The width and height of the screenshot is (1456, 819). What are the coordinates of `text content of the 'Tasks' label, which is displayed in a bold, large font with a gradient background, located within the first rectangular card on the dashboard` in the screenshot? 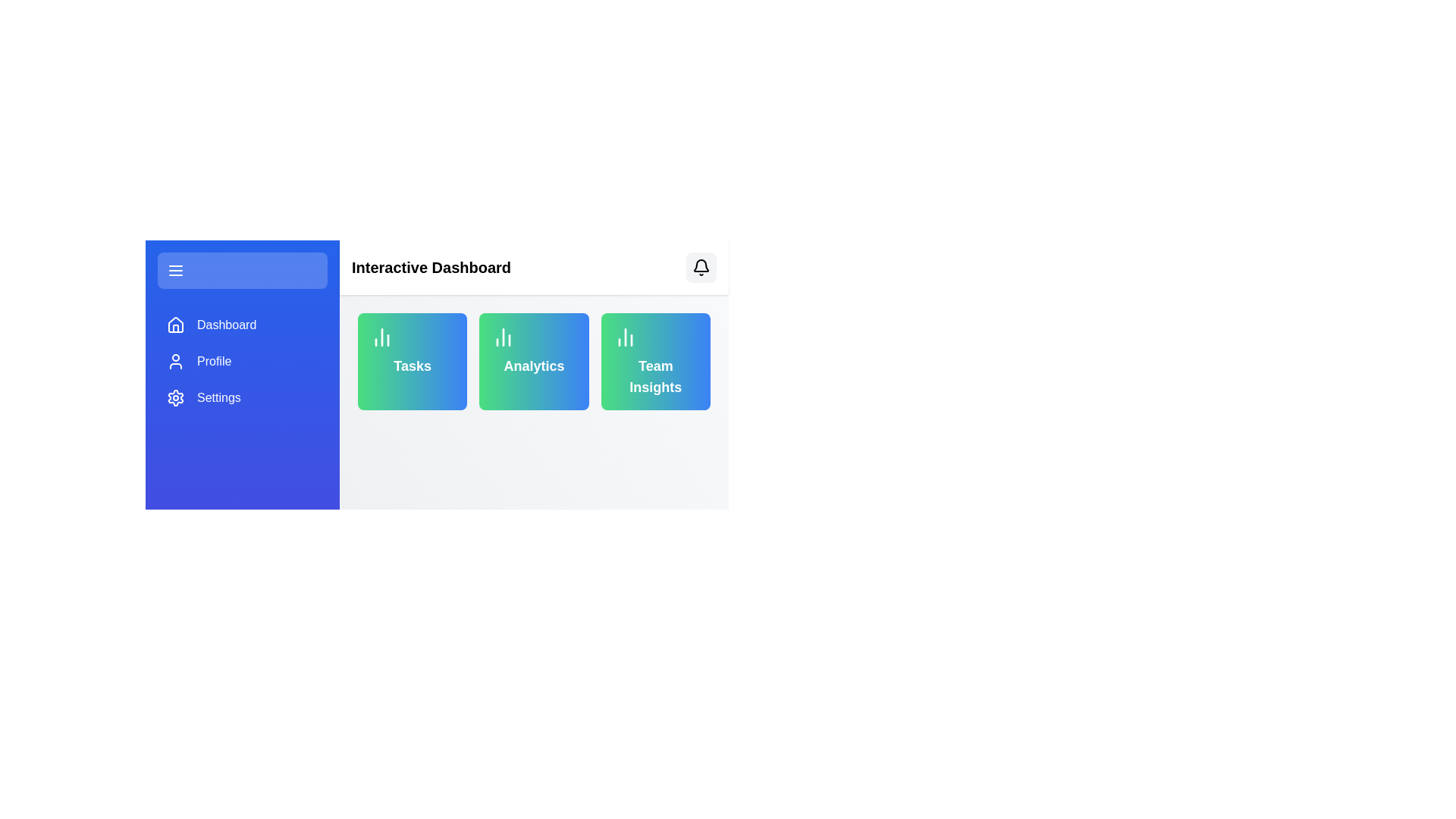 It's located at (413, 366).